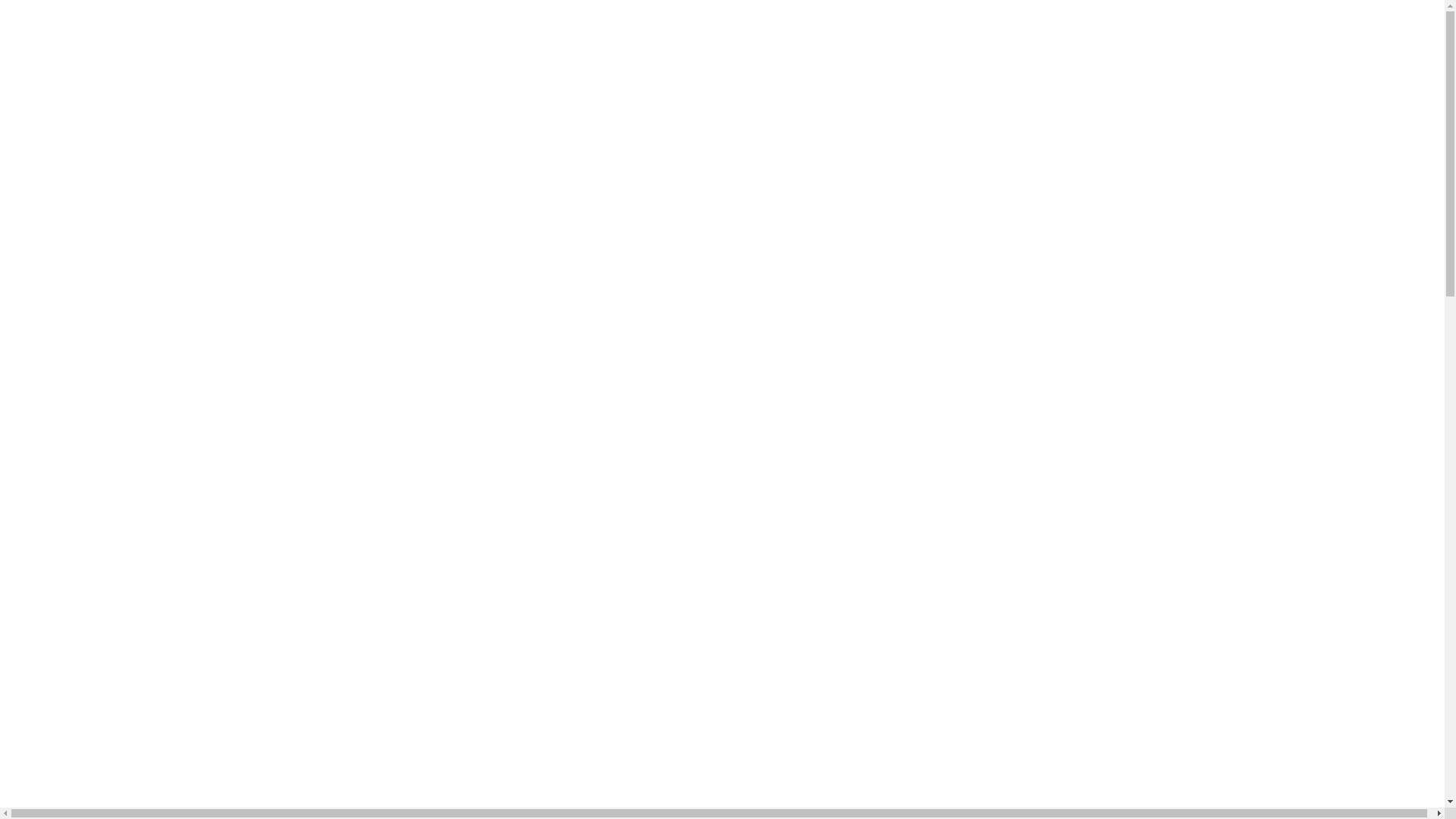  I want to click on 'to Bottom', so click(55, 506).